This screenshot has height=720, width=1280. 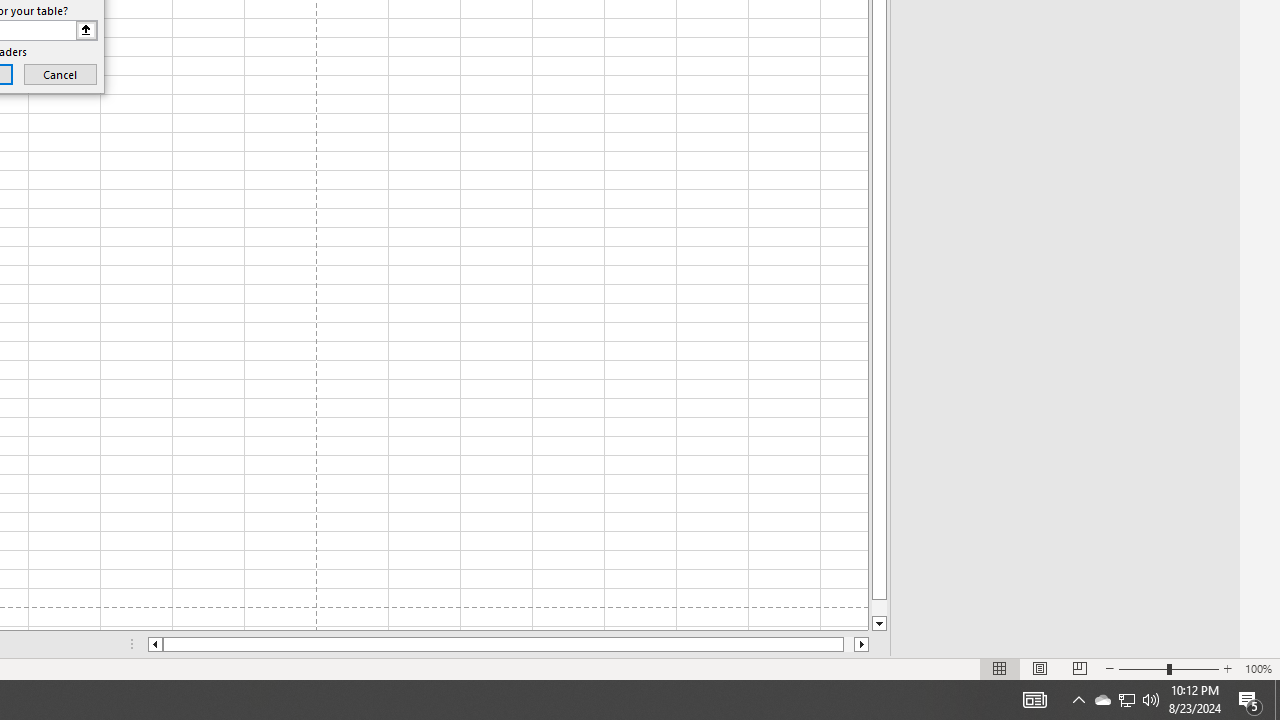 What do you see at coordinates (1078, 669) in the screenshot?
I see `'Page Break Preview'` at bounding box center [1078, 669].